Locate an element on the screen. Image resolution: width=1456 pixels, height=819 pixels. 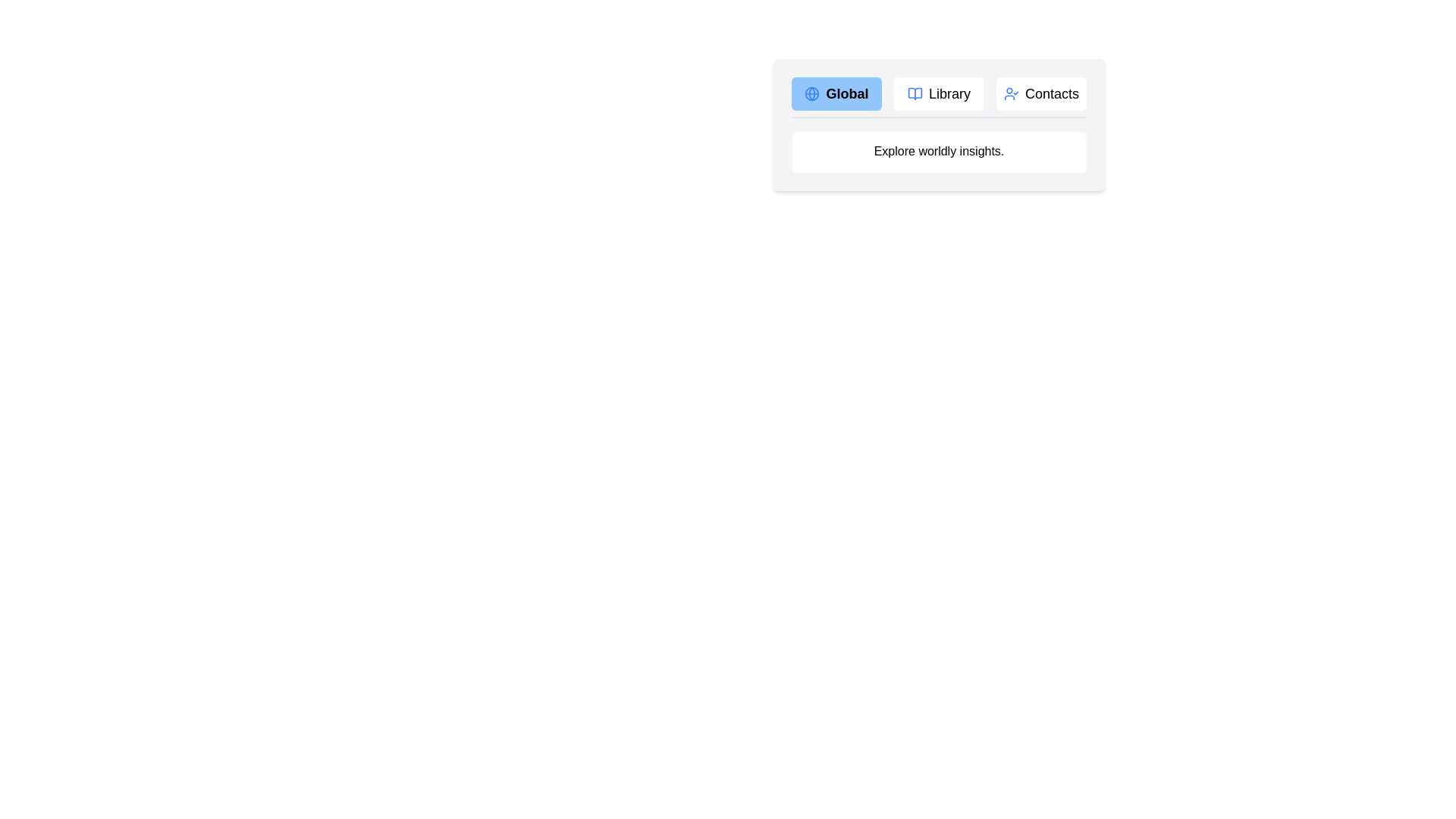
the Library tab is located at coordinates (938, 93).